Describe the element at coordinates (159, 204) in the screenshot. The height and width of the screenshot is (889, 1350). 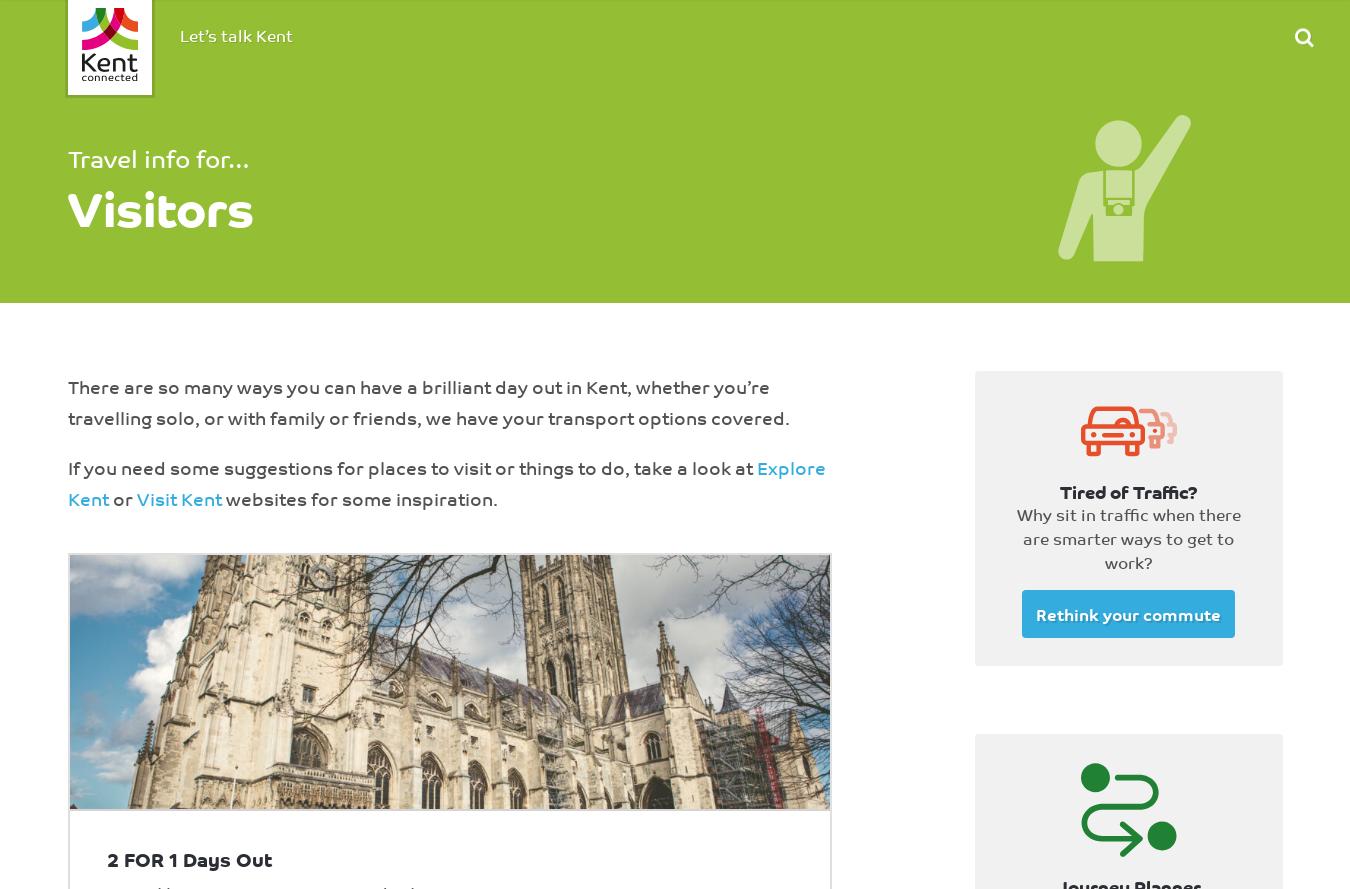
I see `'Visitors'` at that location.